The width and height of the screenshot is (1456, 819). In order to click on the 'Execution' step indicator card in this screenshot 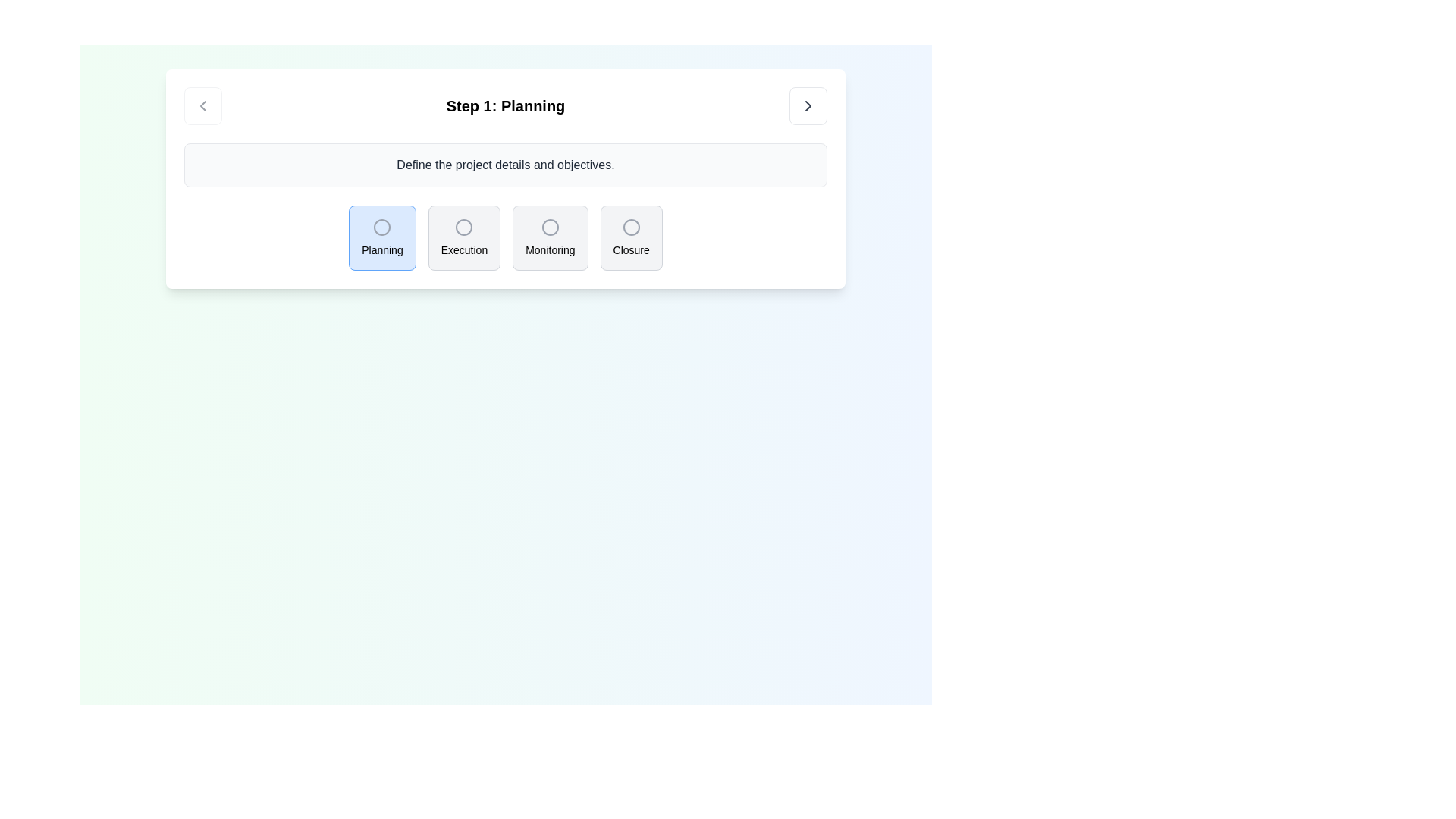, I will do `click(463, 237)`.